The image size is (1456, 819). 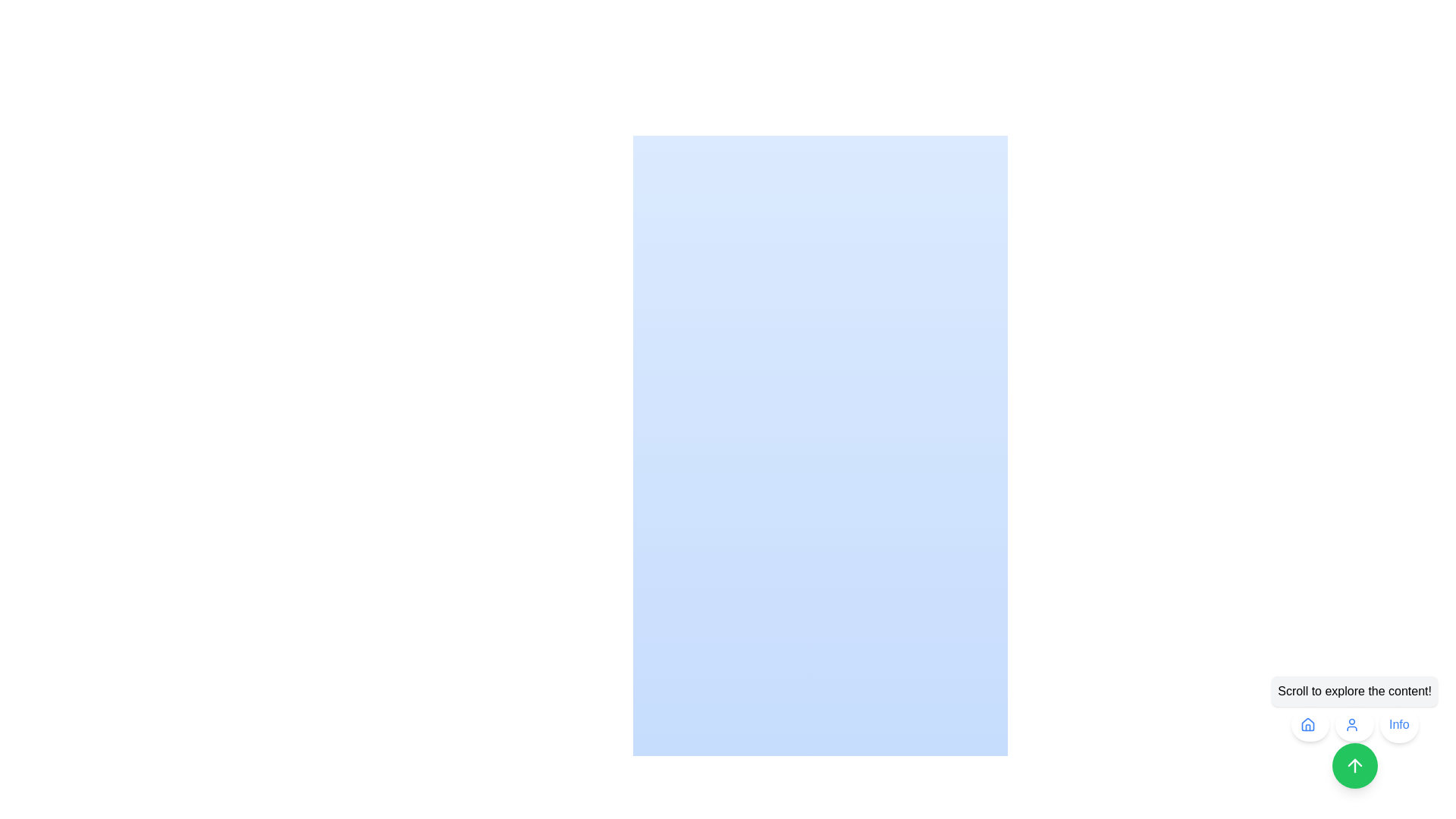 What do you see at coordinates (1354, 724) in the screenshot?
I see `the interactive button associated with user profile or account actions` at bounding box center [1354, 724].